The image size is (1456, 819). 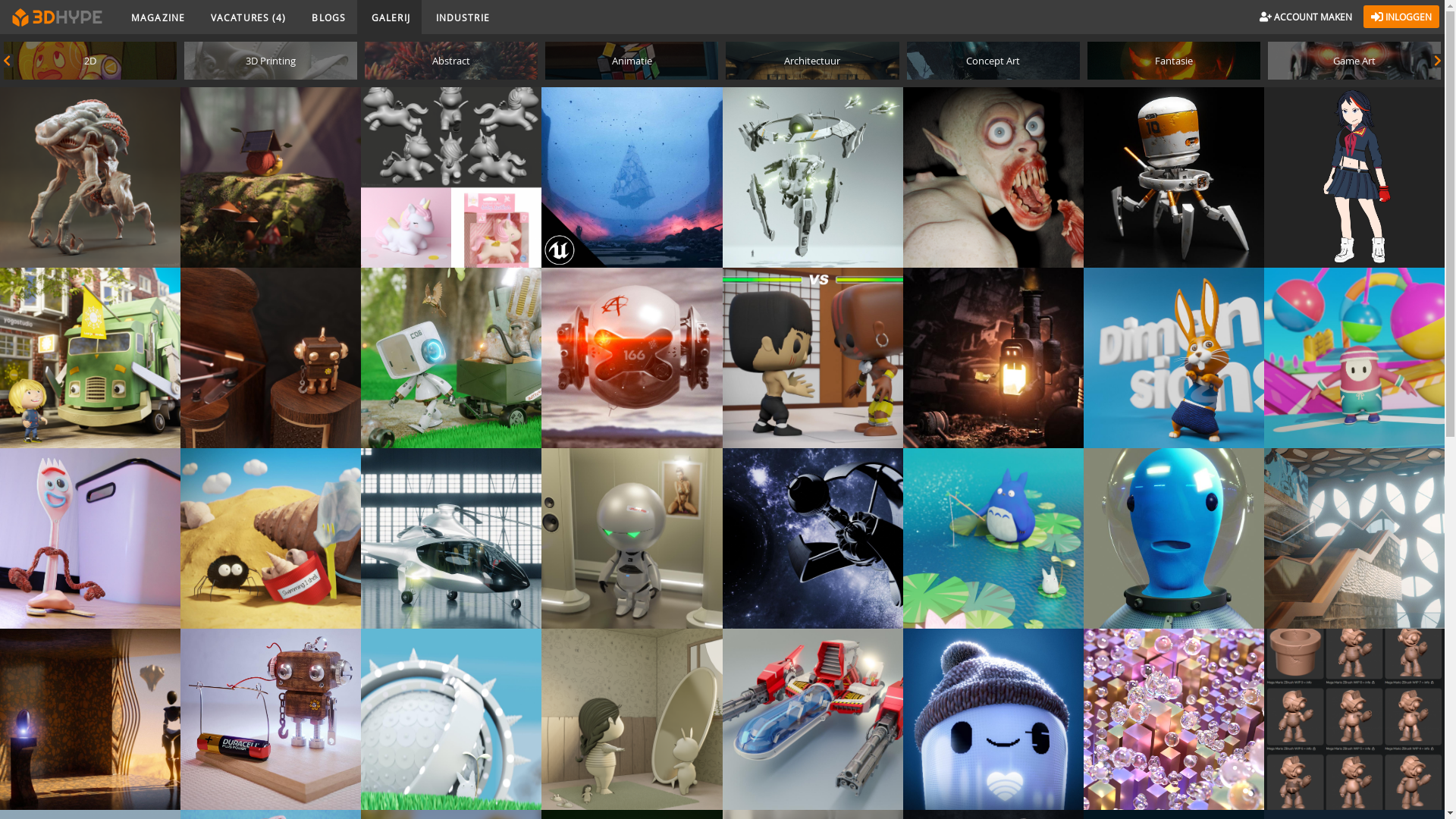 What do you see at coordinates (1332, 60) in the screenshot?
I see `'Game Art'` at bounding box center [1332, 60].